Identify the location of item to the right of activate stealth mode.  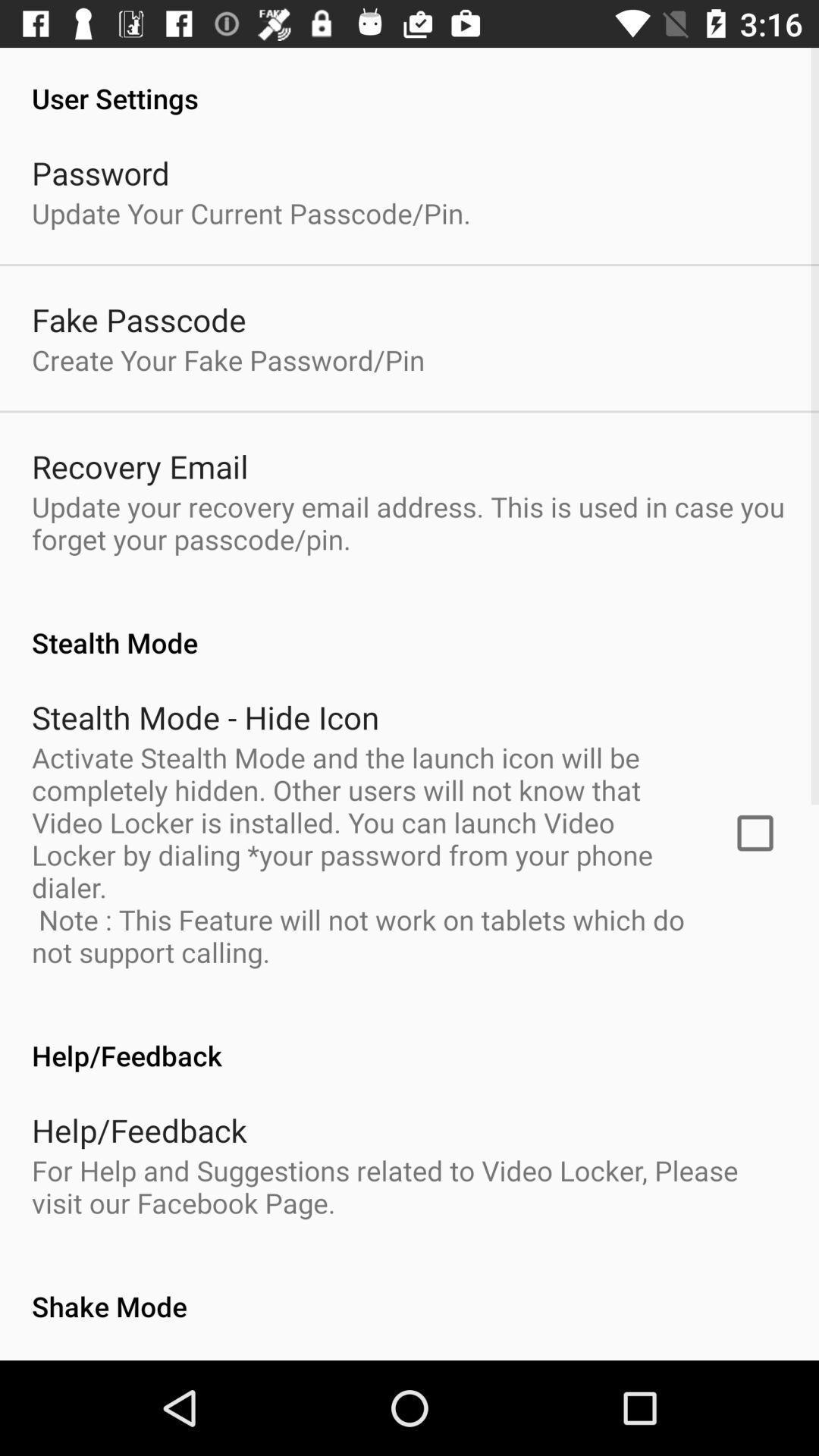
(755, 832).